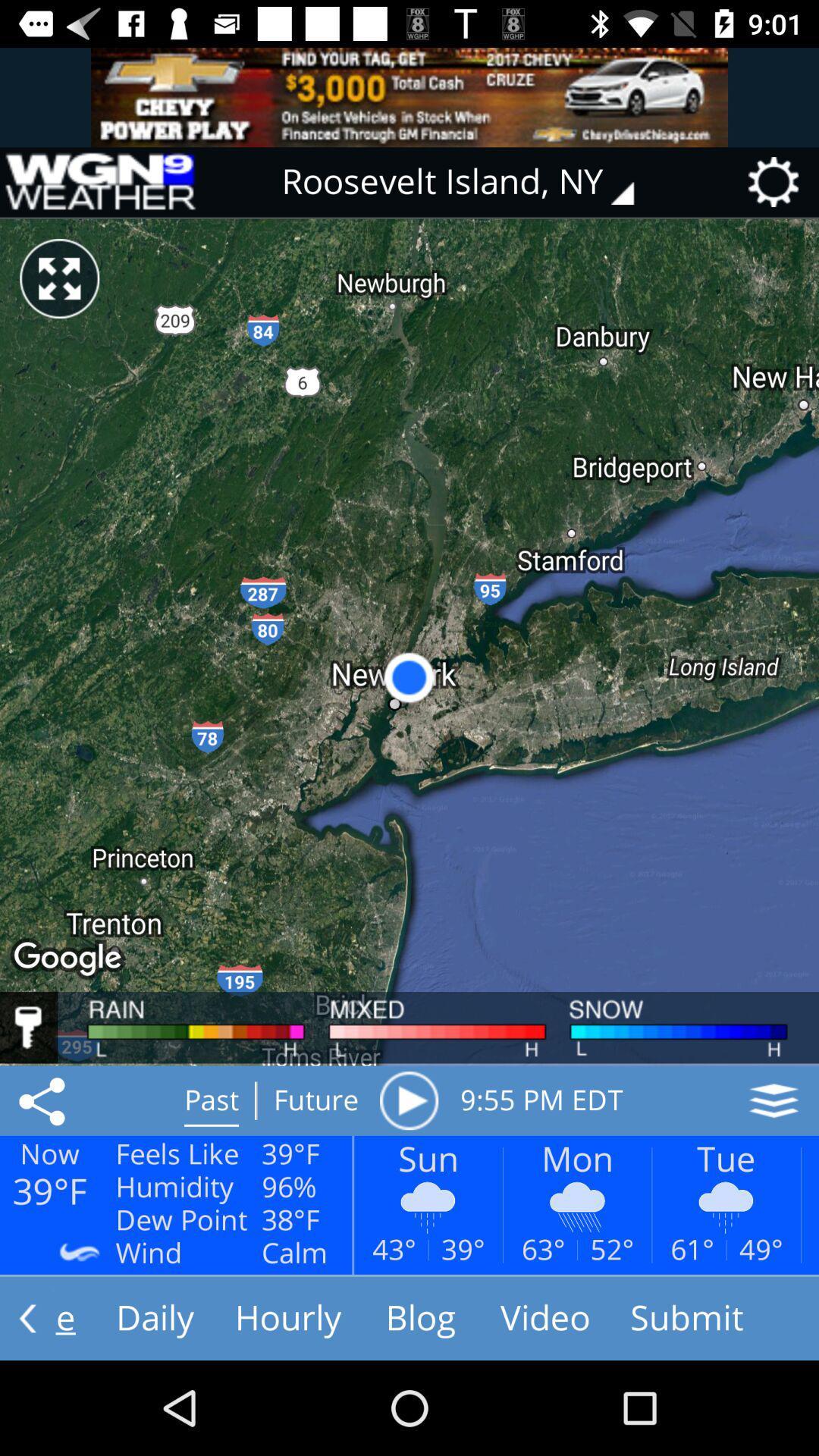 This screenshot has height=1456, width=819. What do you see at coordinates (773, 1100) in the screenshot?
I see `the layers icon` at bounding box center [773, 1100].